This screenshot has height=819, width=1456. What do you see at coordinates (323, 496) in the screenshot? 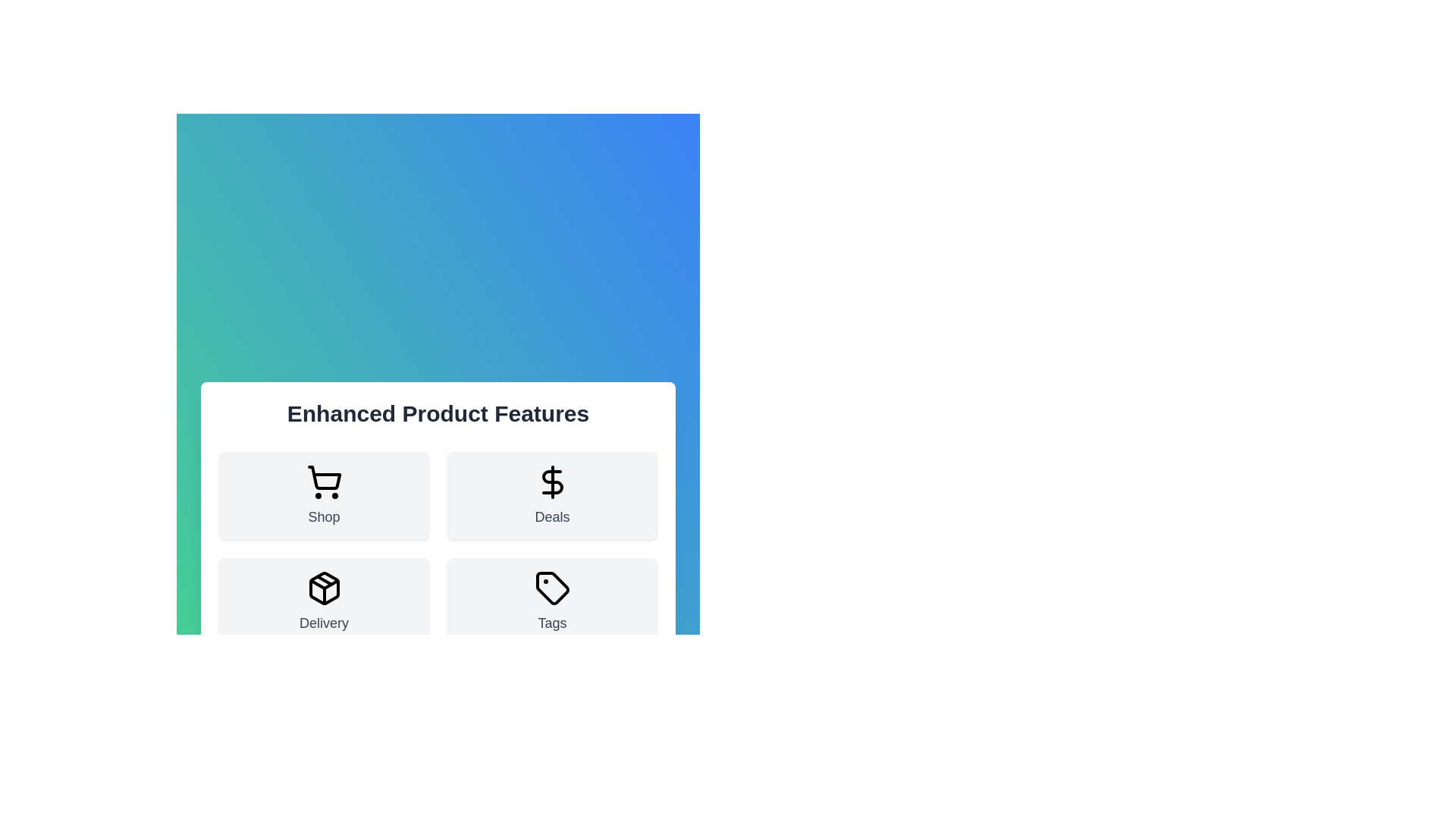
I see `the 'Shop' button located in the top-left cell of the grid below 'Enhanced Product Features'` at bounding box center [323, 496].